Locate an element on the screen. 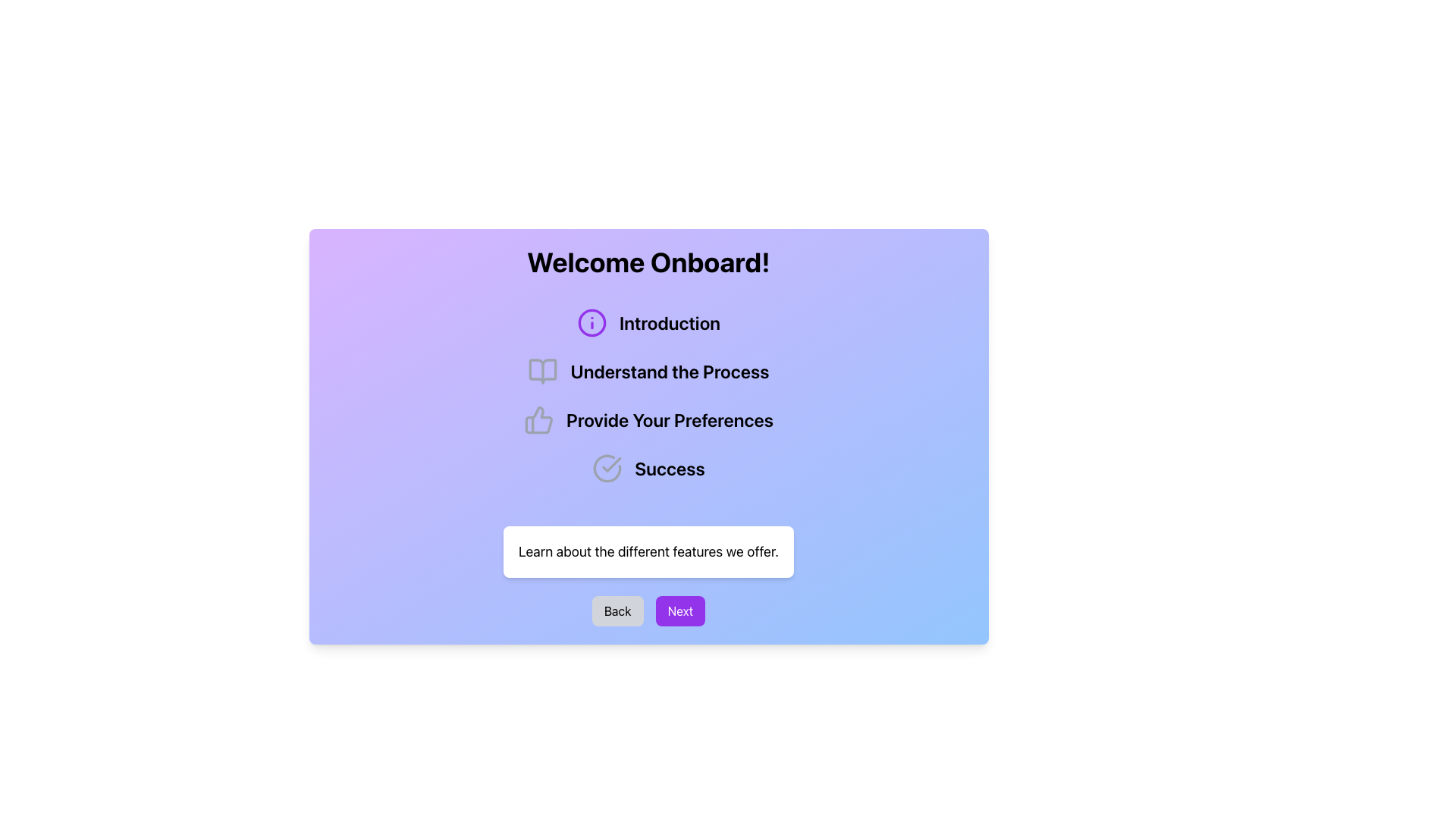 Image resolution: width=1456 pixels, height=819 pixels. the SVG Icon representing the selection of the 'Provide Your Preferences' step in the onboarding process by moving to its center point is located at coordinates (538, 420).